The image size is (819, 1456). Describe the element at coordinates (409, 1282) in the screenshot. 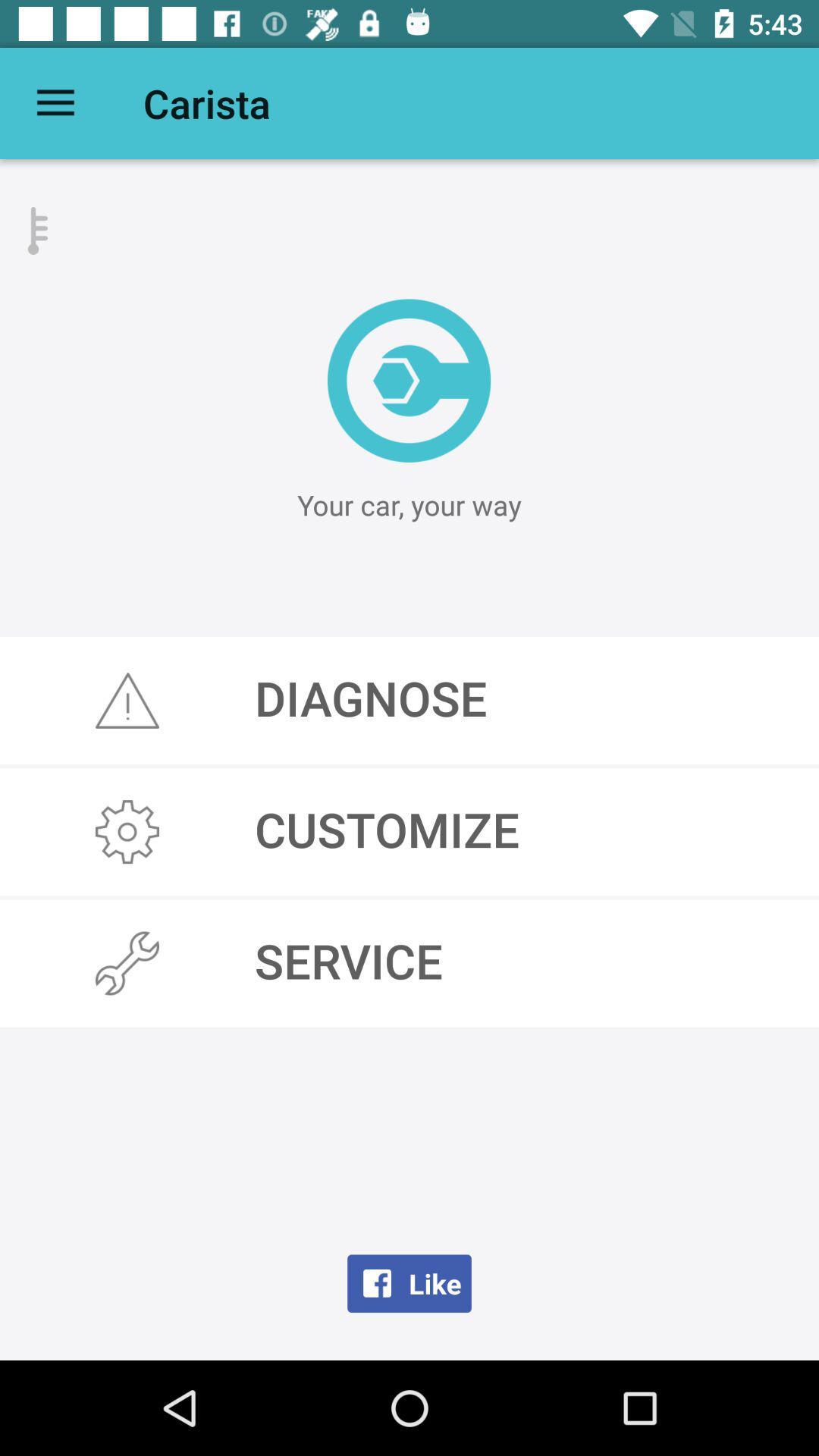

I see `the like icon` at that location.